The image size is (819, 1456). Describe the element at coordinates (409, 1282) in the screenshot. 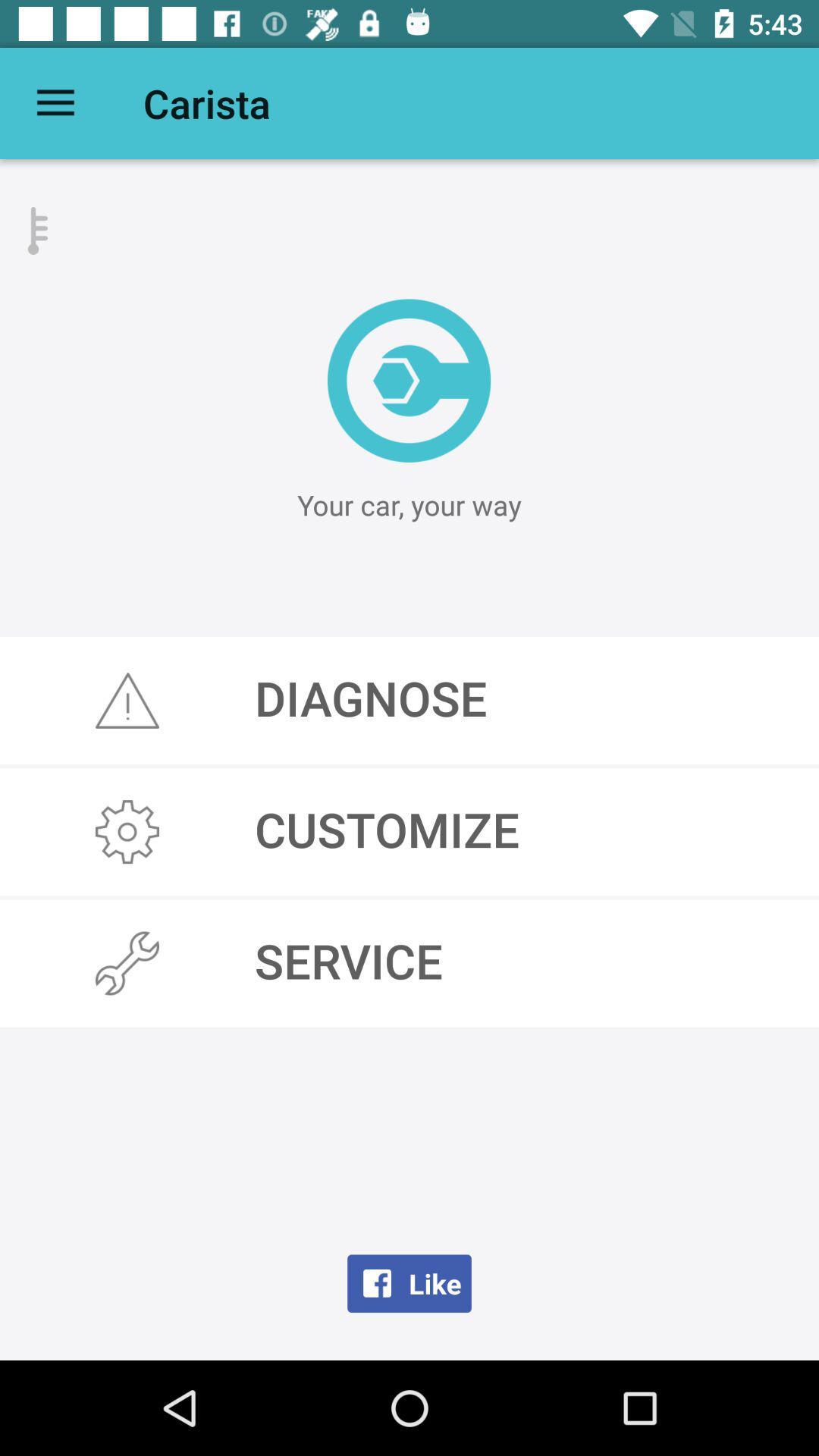

I see `the like icon` at that location.